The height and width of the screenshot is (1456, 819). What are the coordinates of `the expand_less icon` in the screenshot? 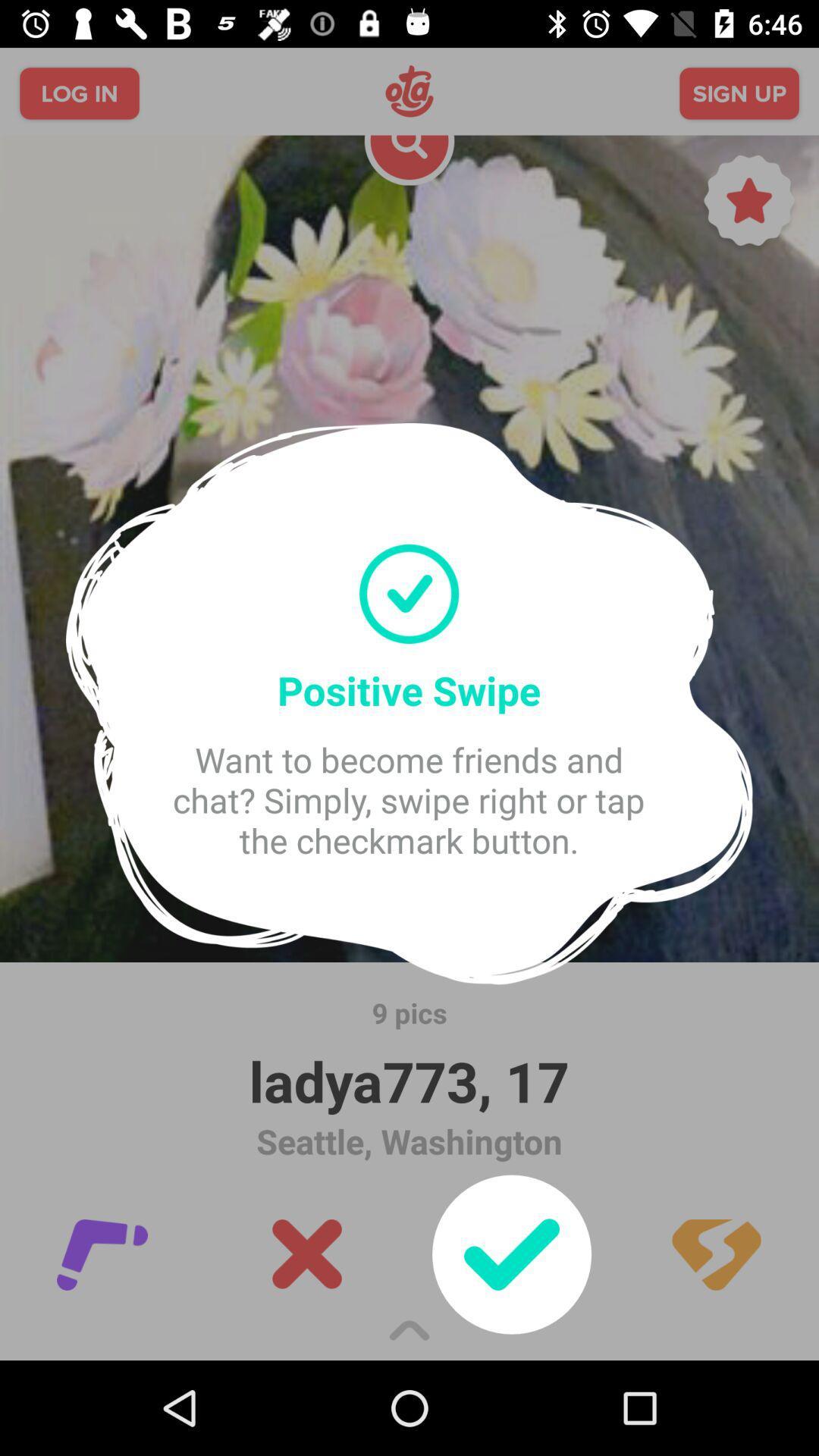 It's located at (409, 1329).